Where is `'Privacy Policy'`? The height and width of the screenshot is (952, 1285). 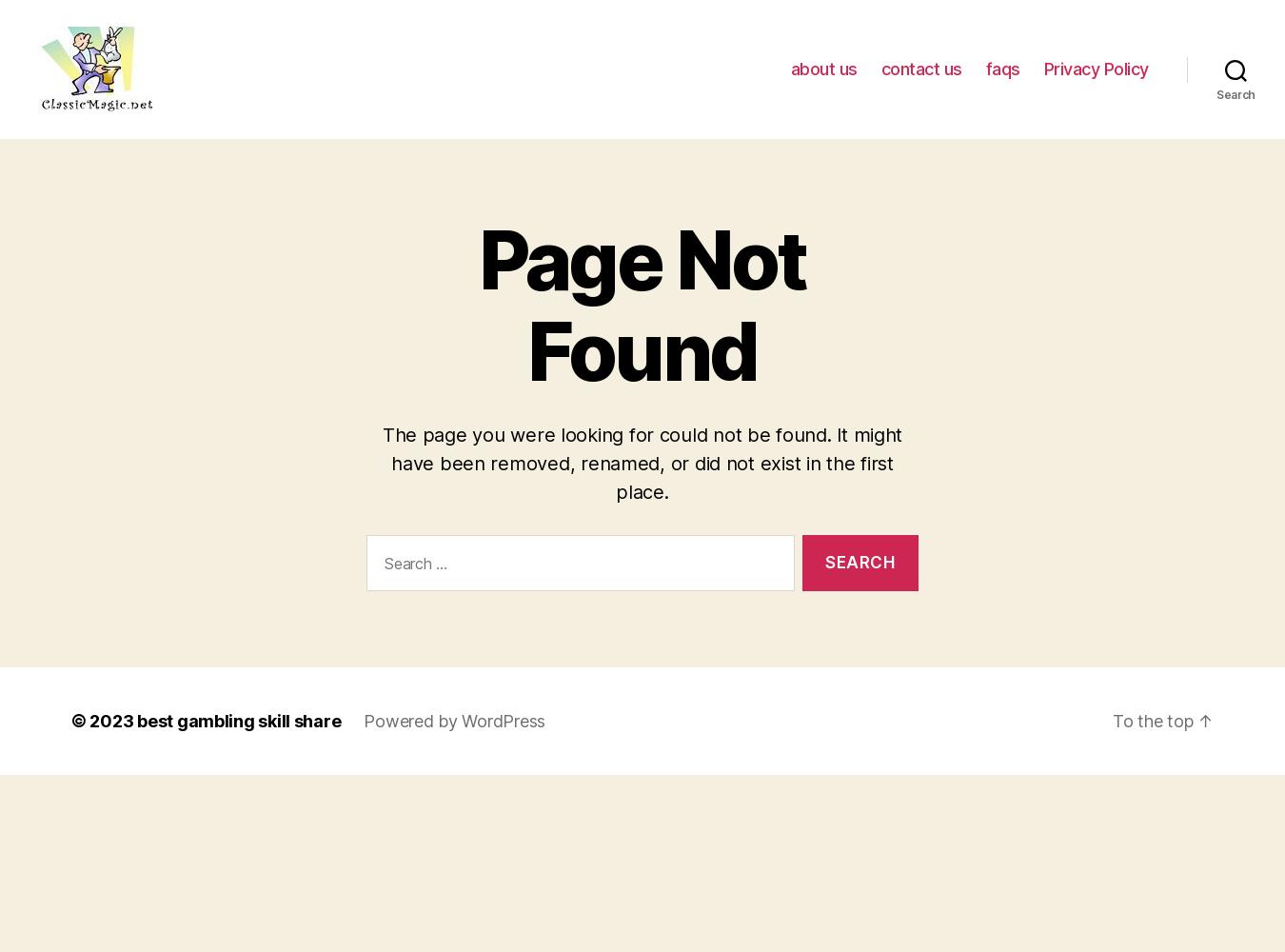 'Privacy Policy' is located at coordinates (1095, 68).